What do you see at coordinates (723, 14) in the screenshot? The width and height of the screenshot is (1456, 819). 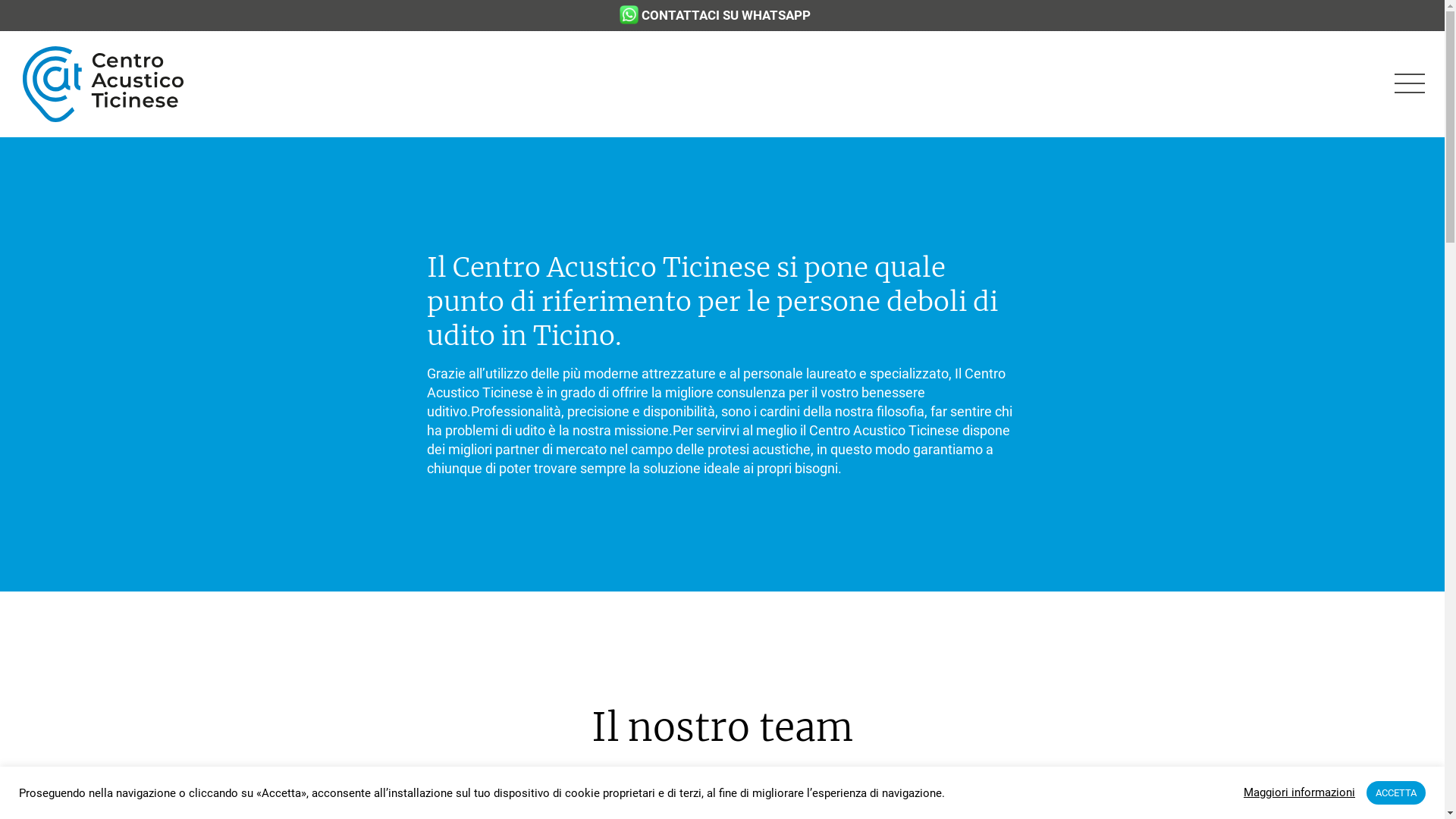 I see `'CONTATTACI SU WHATSAPP'` at bounding box center [723, 14].